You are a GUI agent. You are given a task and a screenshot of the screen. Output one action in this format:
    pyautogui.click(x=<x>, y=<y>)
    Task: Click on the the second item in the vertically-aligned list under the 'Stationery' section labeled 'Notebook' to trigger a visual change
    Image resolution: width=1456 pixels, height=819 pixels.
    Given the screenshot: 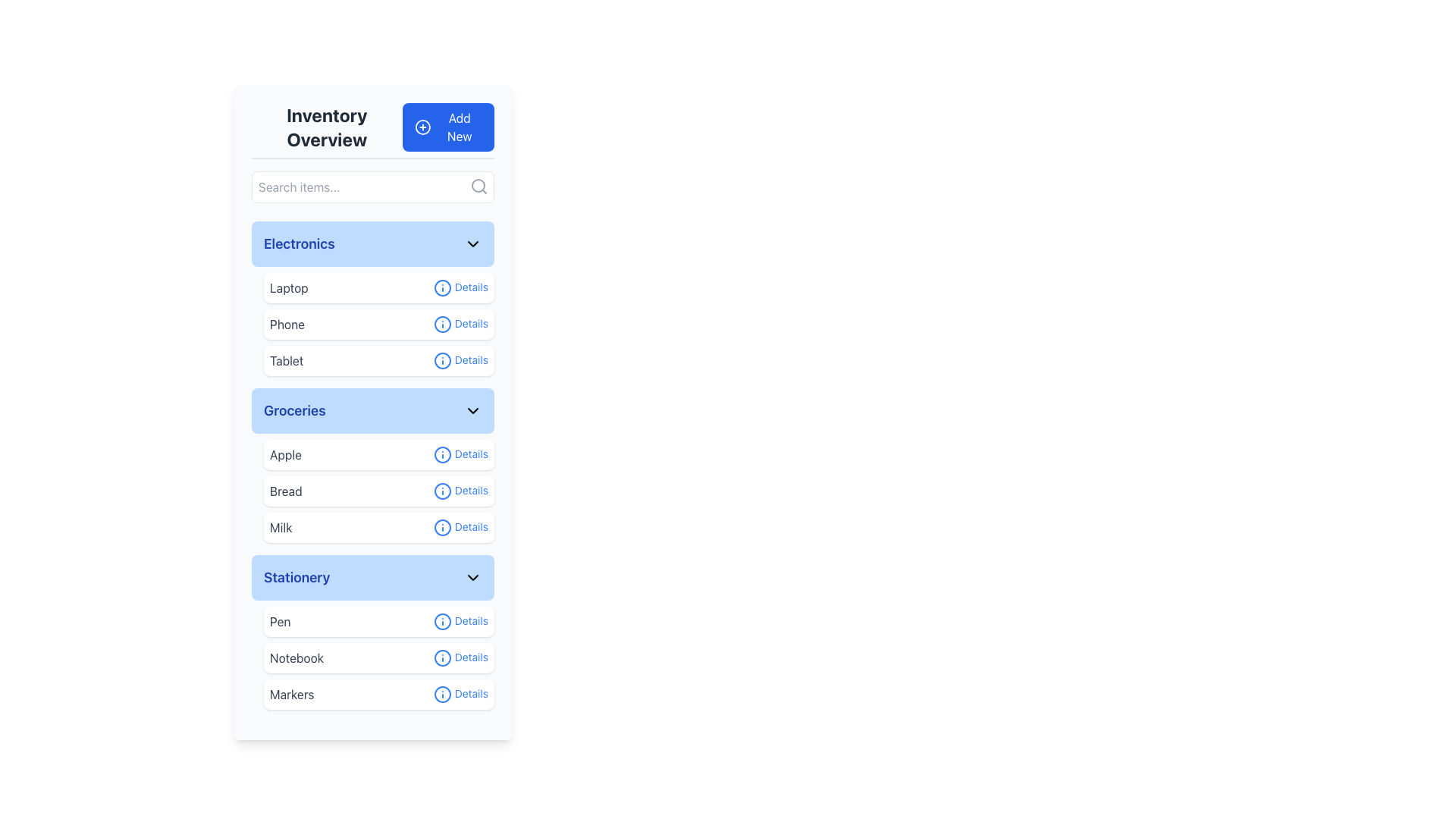 What is the action you would take?
    pyautogui.click(x=378, y=657)
    